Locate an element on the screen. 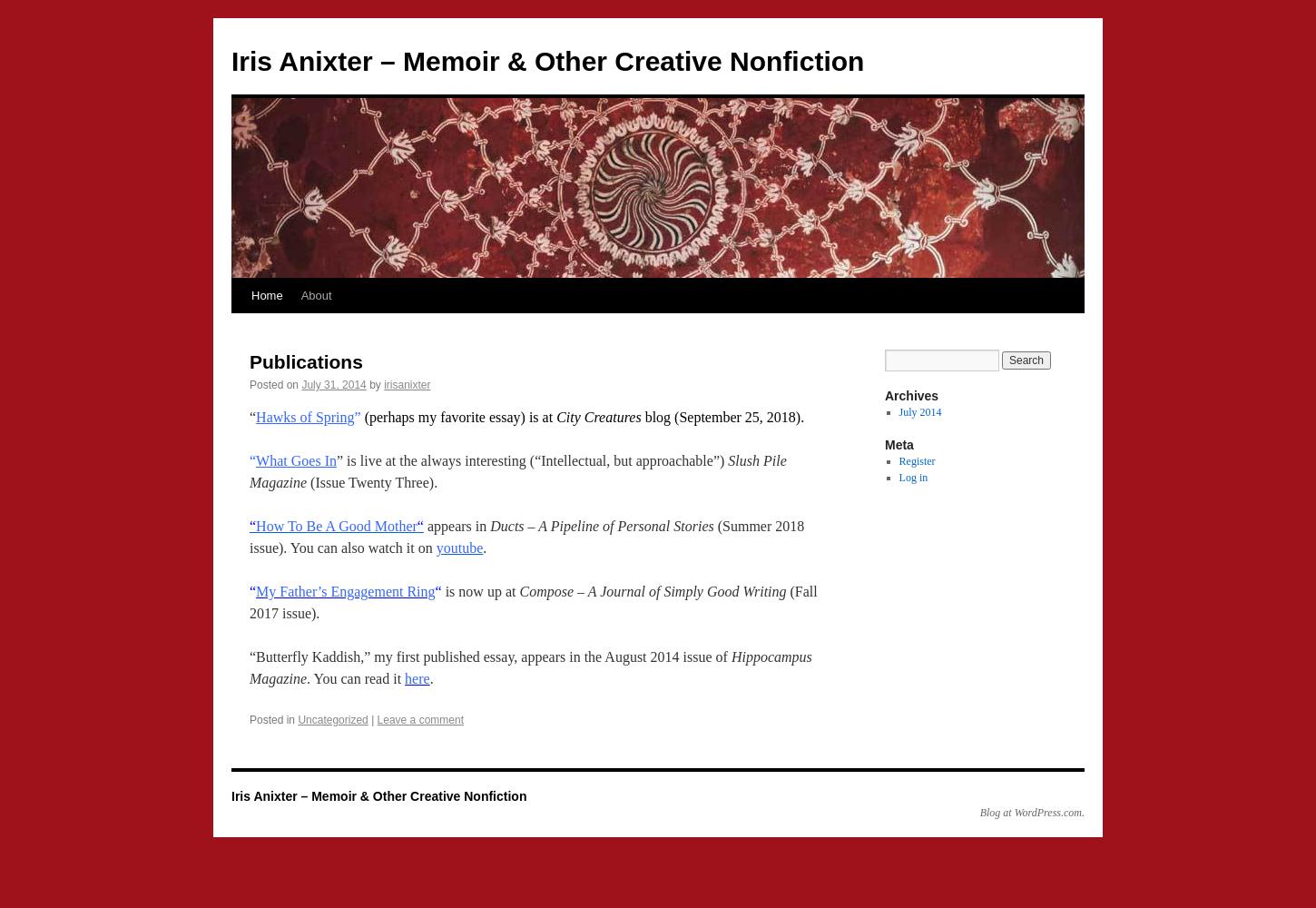  'Hawks of Spring' is located at coordinates (304, 416).